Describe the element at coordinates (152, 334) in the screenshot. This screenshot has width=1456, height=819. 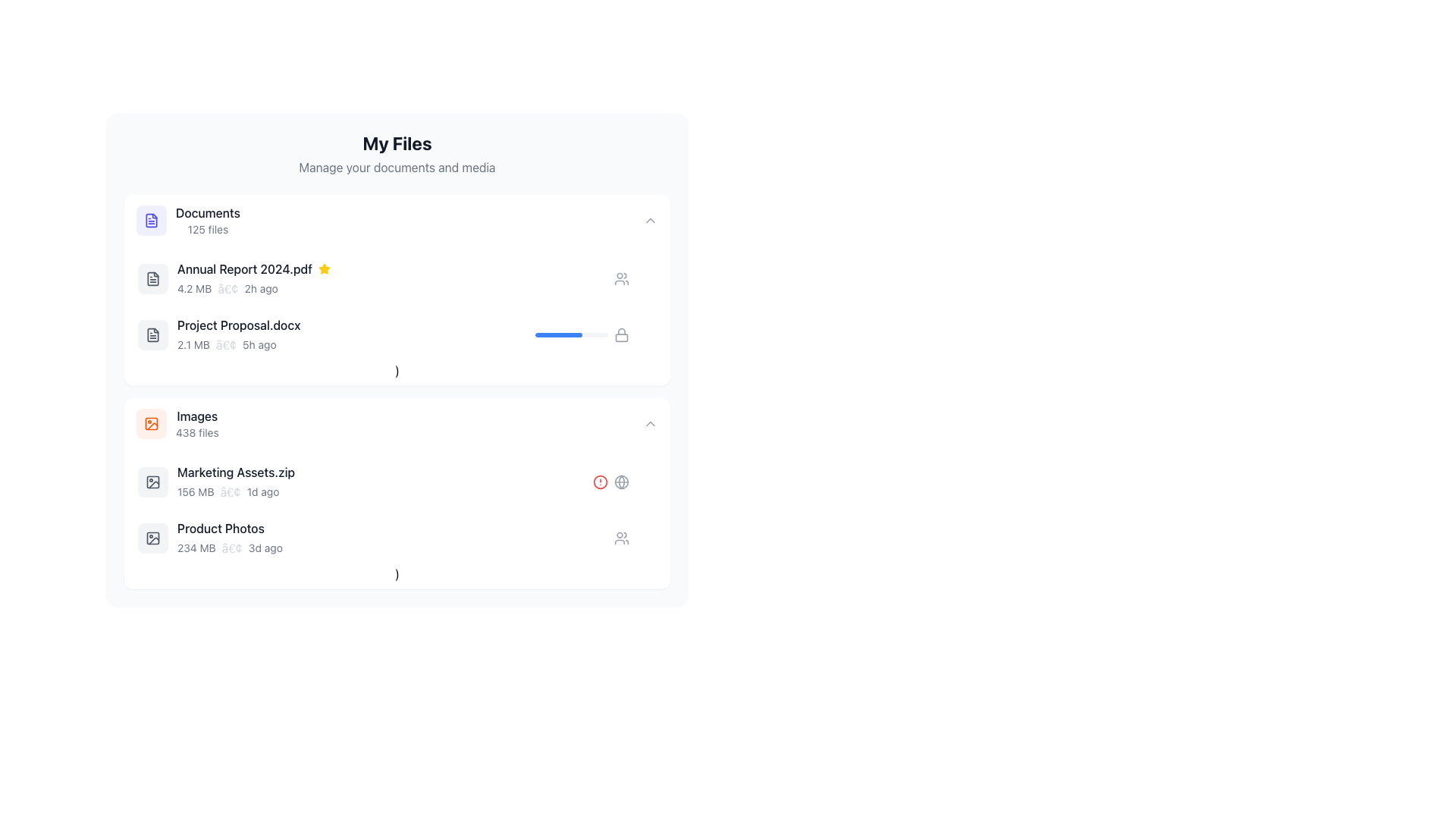
I see `the document type icon located to the left of the 'Project Proposal.docx' text in the file list` at that location.